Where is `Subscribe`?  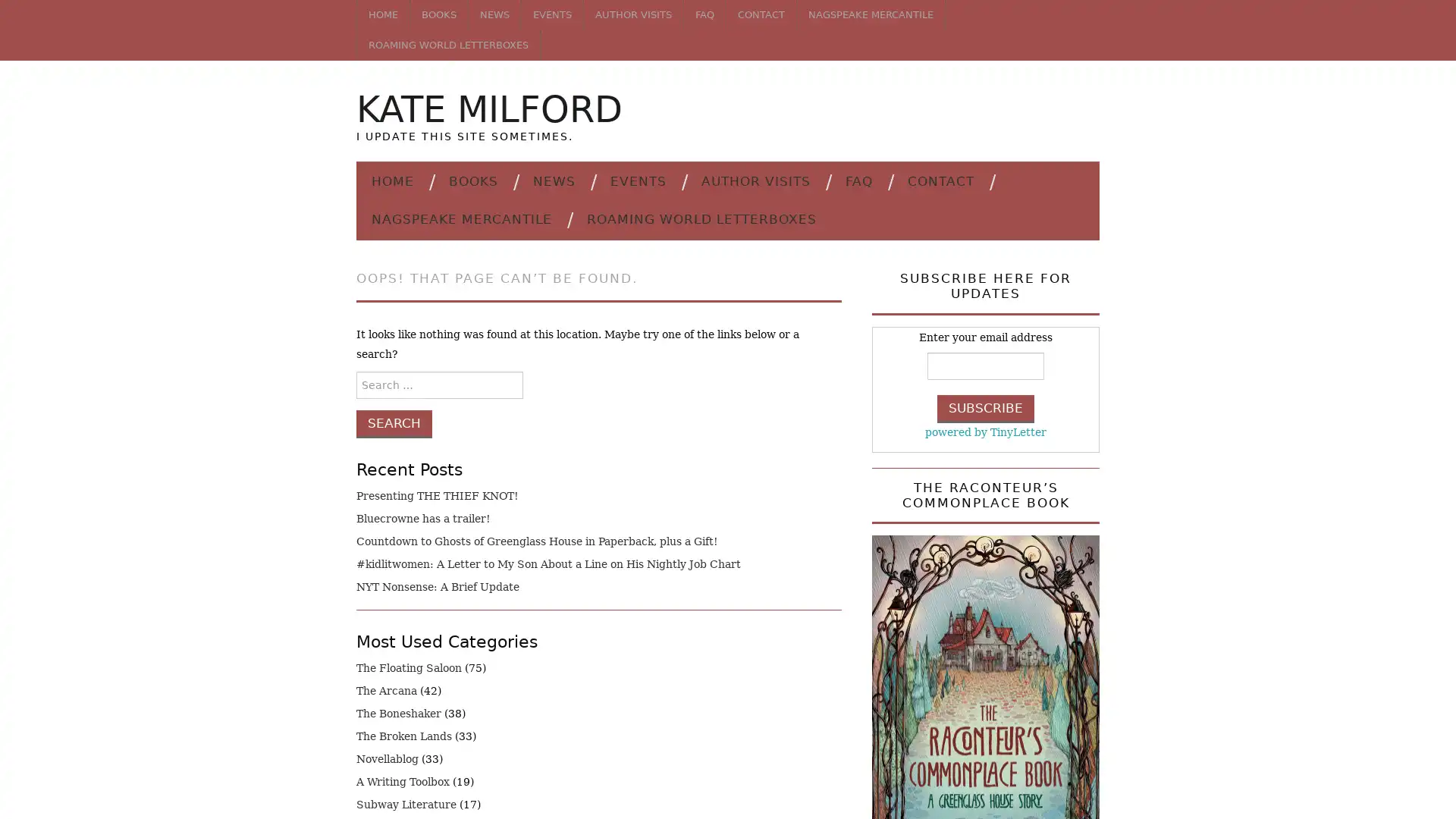
Subscribe is located at coordinates (986, 407).